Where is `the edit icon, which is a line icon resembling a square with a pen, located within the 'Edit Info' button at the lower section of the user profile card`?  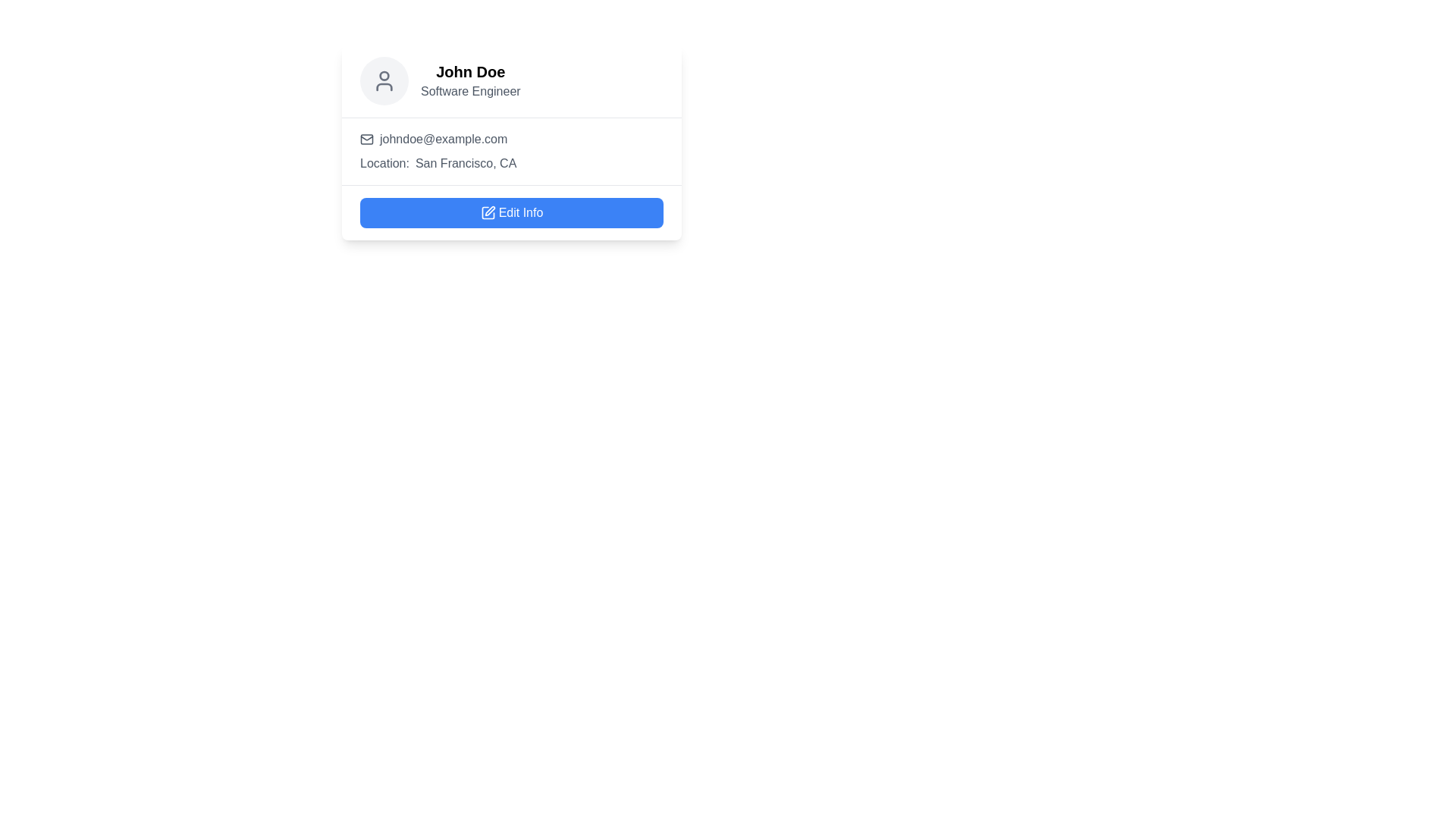
the edit icon, which is a line icon resembling a square with a pen, located within the 'Edit Info' button at the lower section of the user profile card is located at coordinates (488, 213).